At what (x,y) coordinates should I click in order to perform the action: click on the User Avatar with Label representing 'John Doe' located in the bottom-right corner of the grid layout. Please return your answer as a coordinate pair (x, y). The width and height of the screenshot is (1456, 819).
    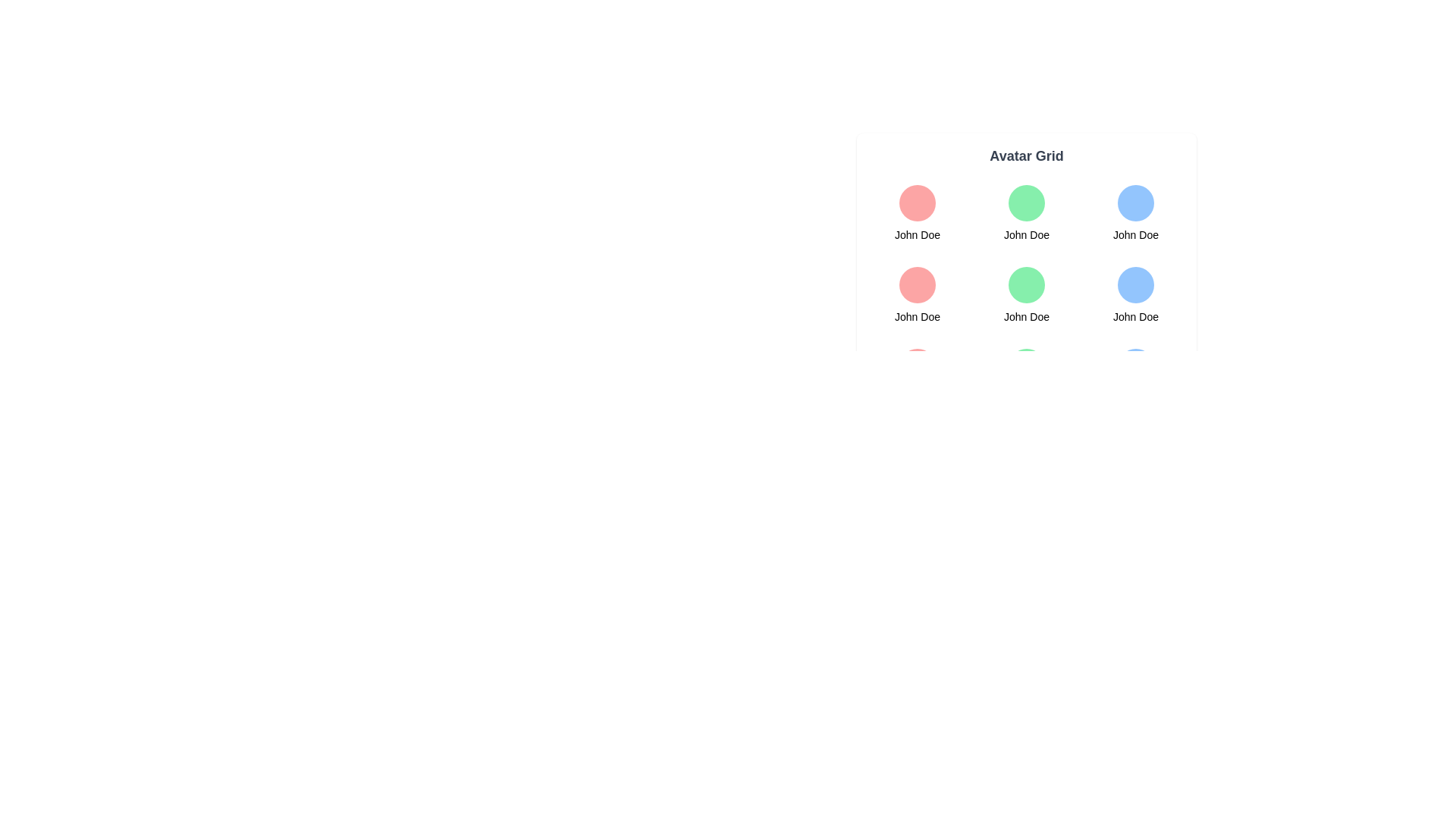
    Looking at the image, I should click on (1135, 295).